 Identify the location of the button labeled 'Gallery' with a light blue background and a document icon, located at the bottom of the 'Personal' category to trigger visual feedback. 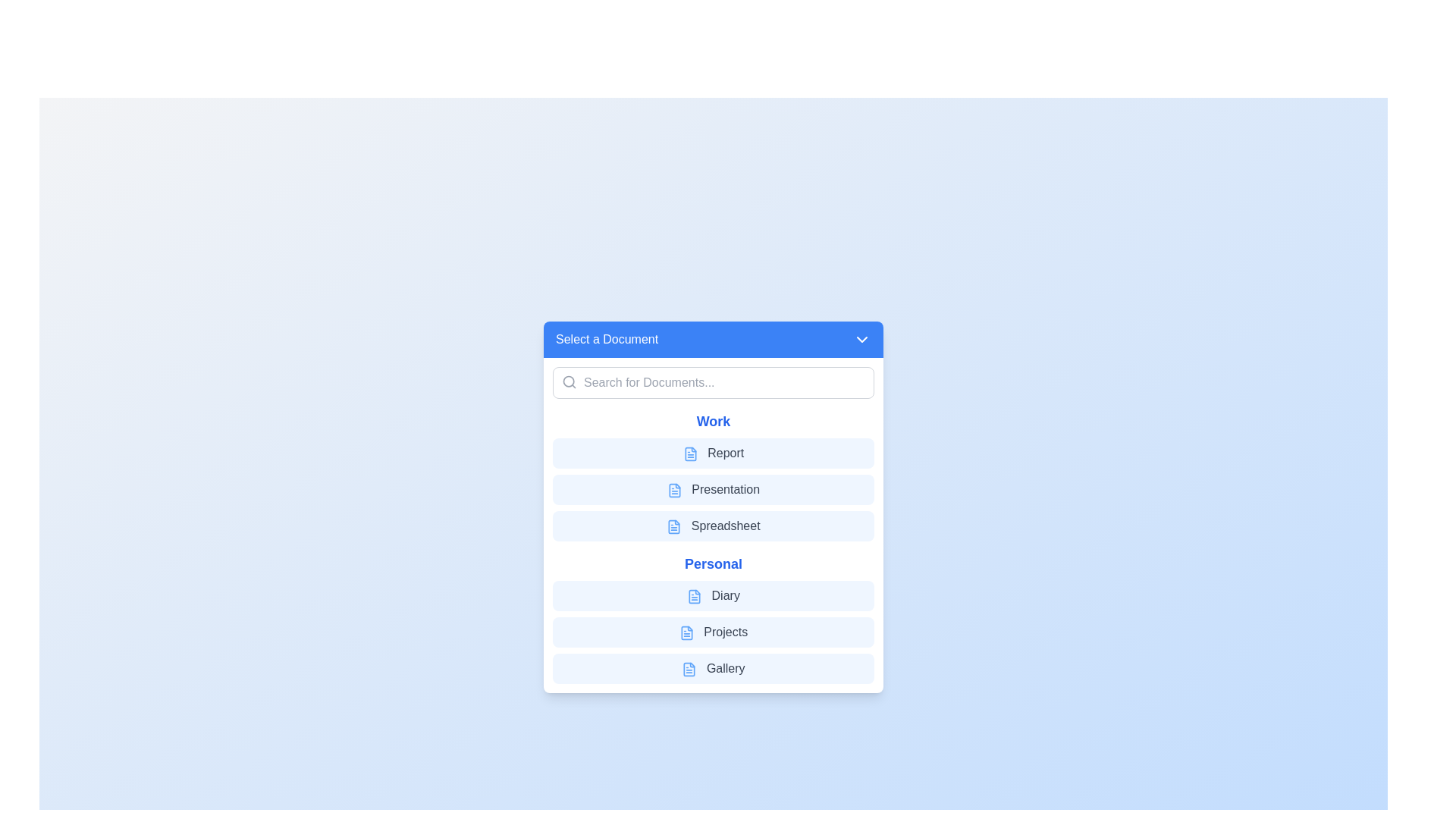
(712, 668).